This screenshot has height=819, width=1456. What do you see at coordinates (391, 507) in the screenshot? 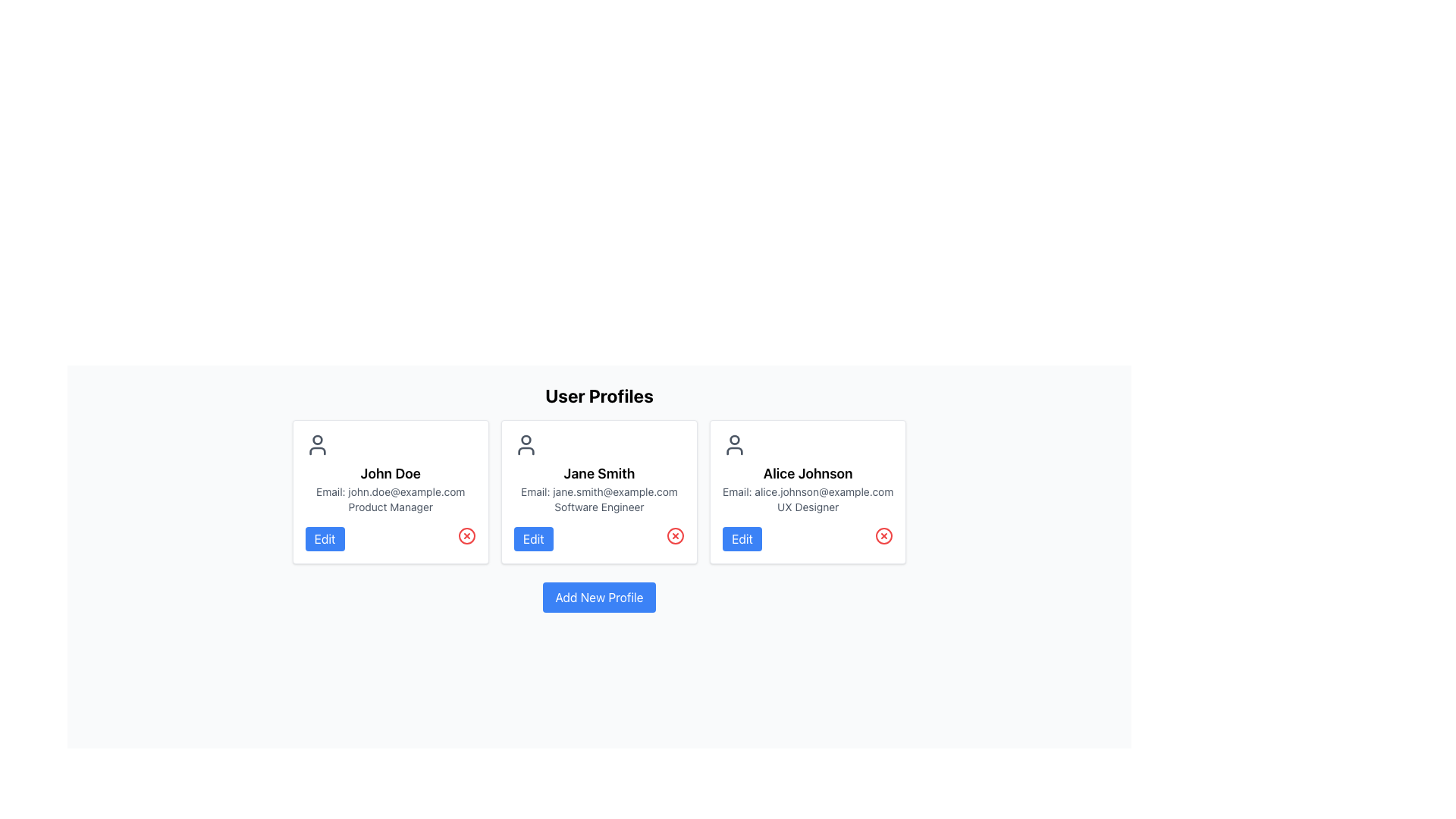
I see `the text label displaying 'Product Manager' located within the user profile card for John Doe, which is the third text row in the card` at bounding box center [391, 507].